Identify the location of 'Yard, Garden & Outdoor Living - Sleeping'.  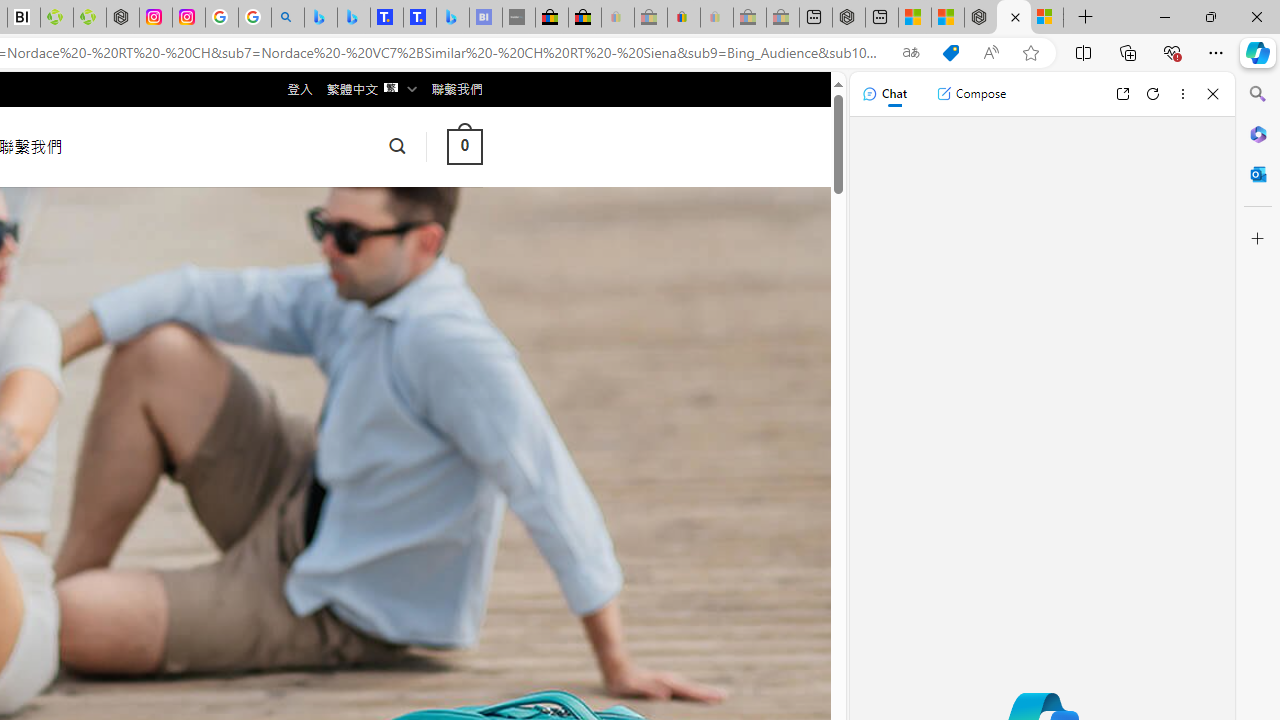
(781, 17).